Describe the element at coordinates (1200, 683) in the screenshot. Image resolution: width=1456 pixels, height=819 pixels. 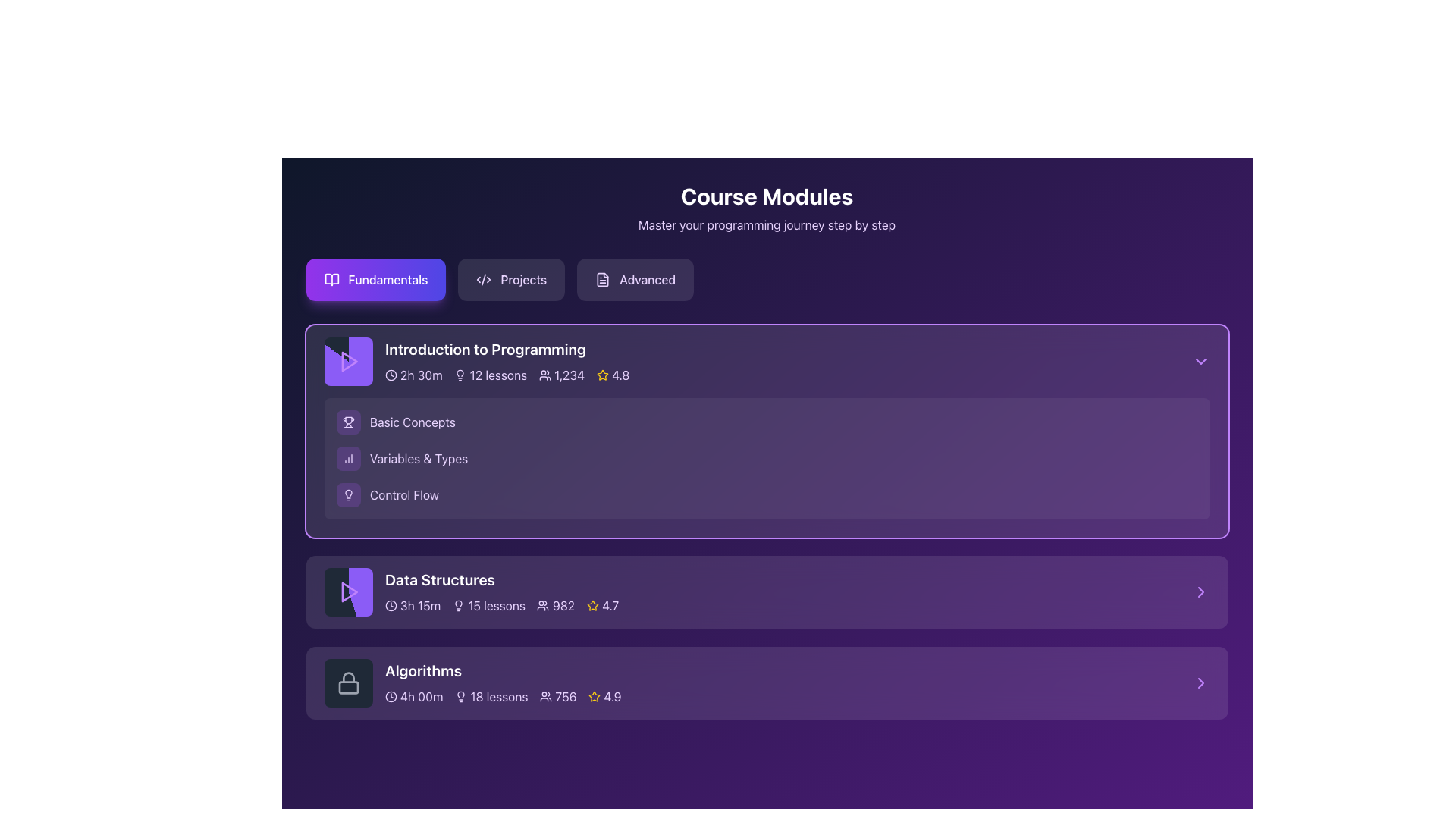
I see `the right-facing purple chevron icon located at the far right of the 'Algorithms' course section to interact with it` at that location.